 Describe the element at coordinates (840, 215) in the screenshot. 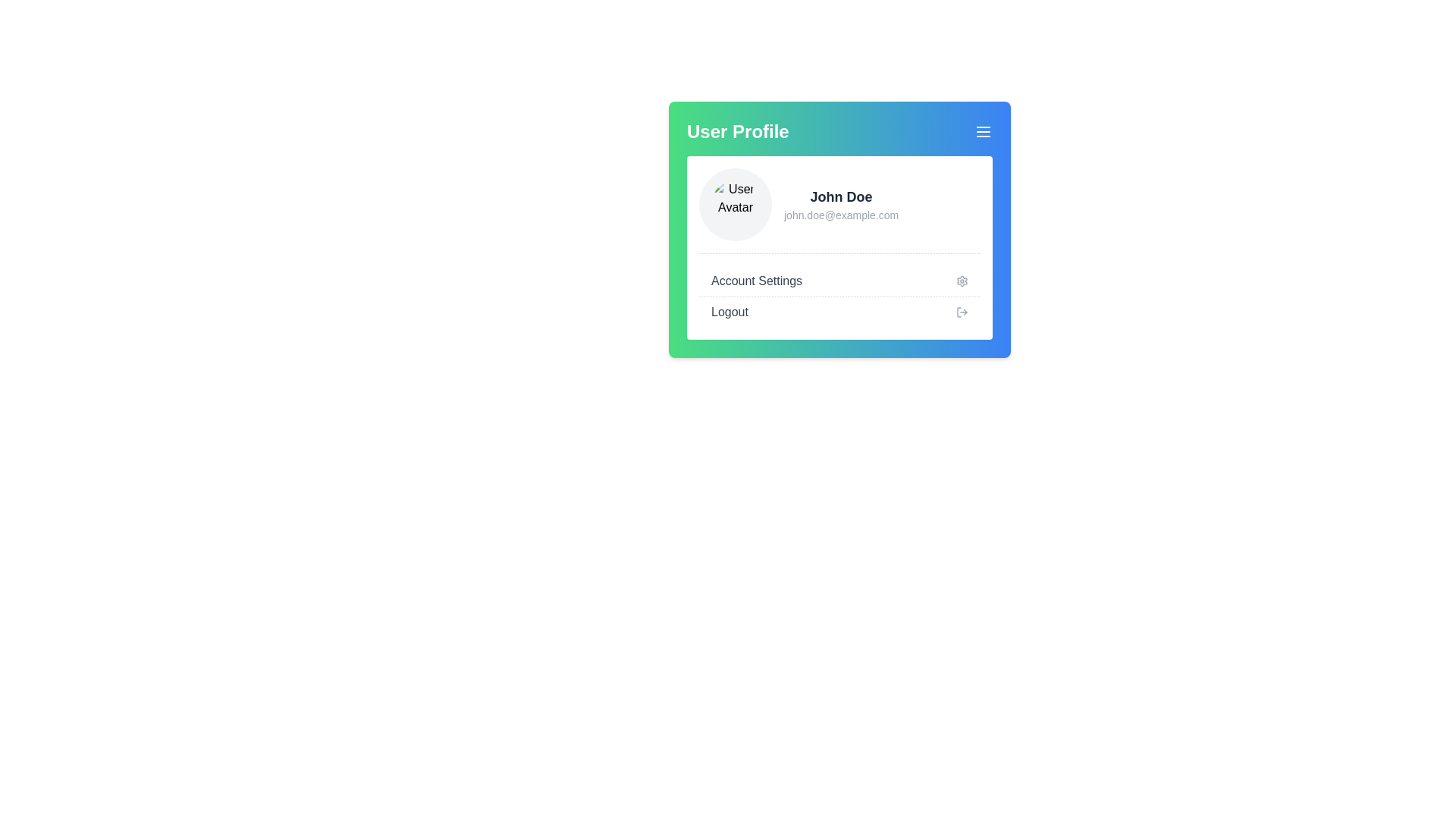

I see `the text snippet displaying the email address 'john.doe@example.com' located in the right panel of the user profile card layout` at that location.